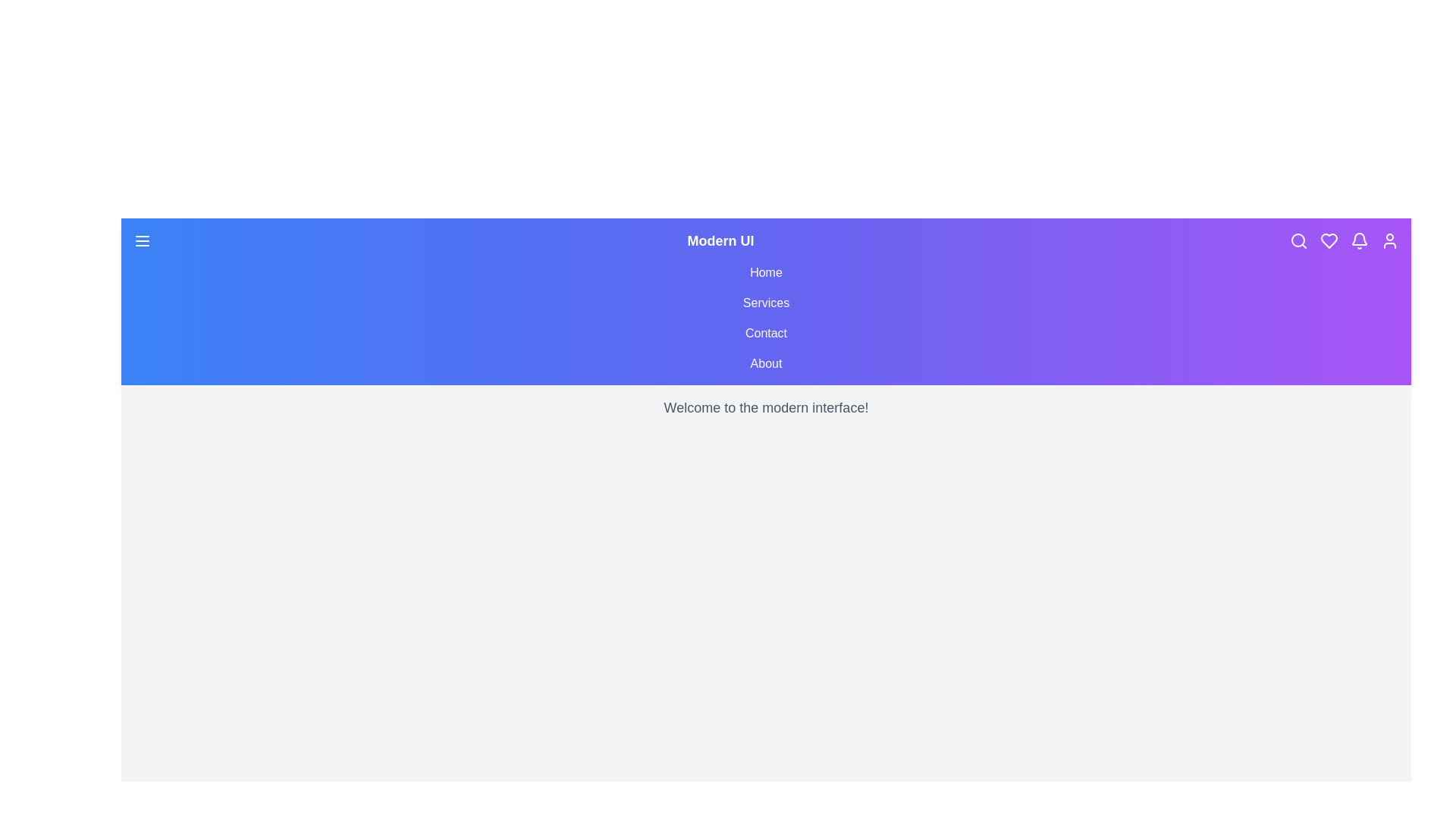 This screenshot has height=819, width=1456. Describe the element at coordinates (1328, 240) in the screenshot. I see `the heart icon to perform a favorites-related action` at that location.